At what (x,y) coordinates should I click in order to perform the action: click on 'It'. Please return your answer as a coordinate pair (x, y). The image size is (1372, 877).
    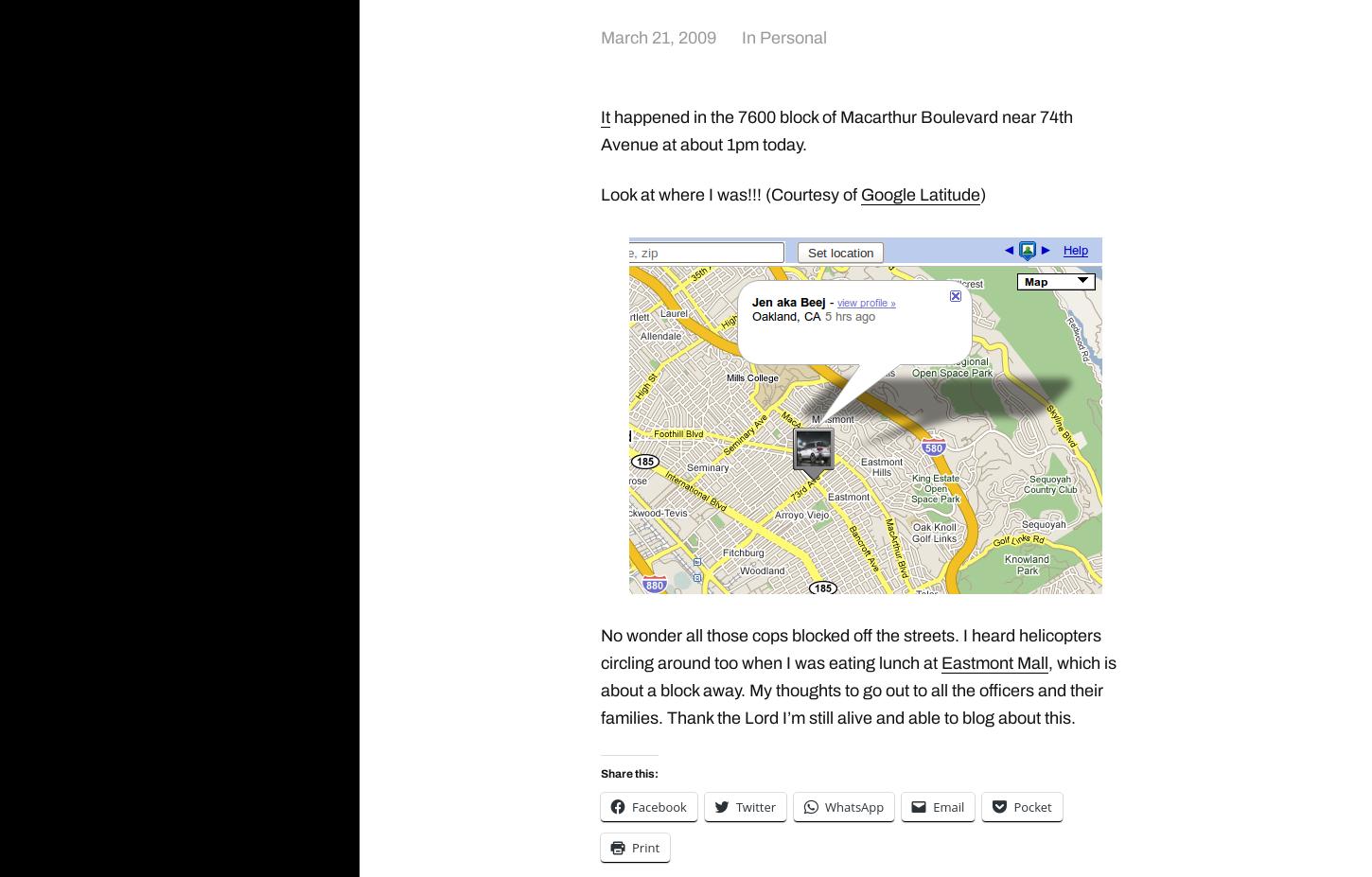
    Looking at the image, I should click on (605, 115).